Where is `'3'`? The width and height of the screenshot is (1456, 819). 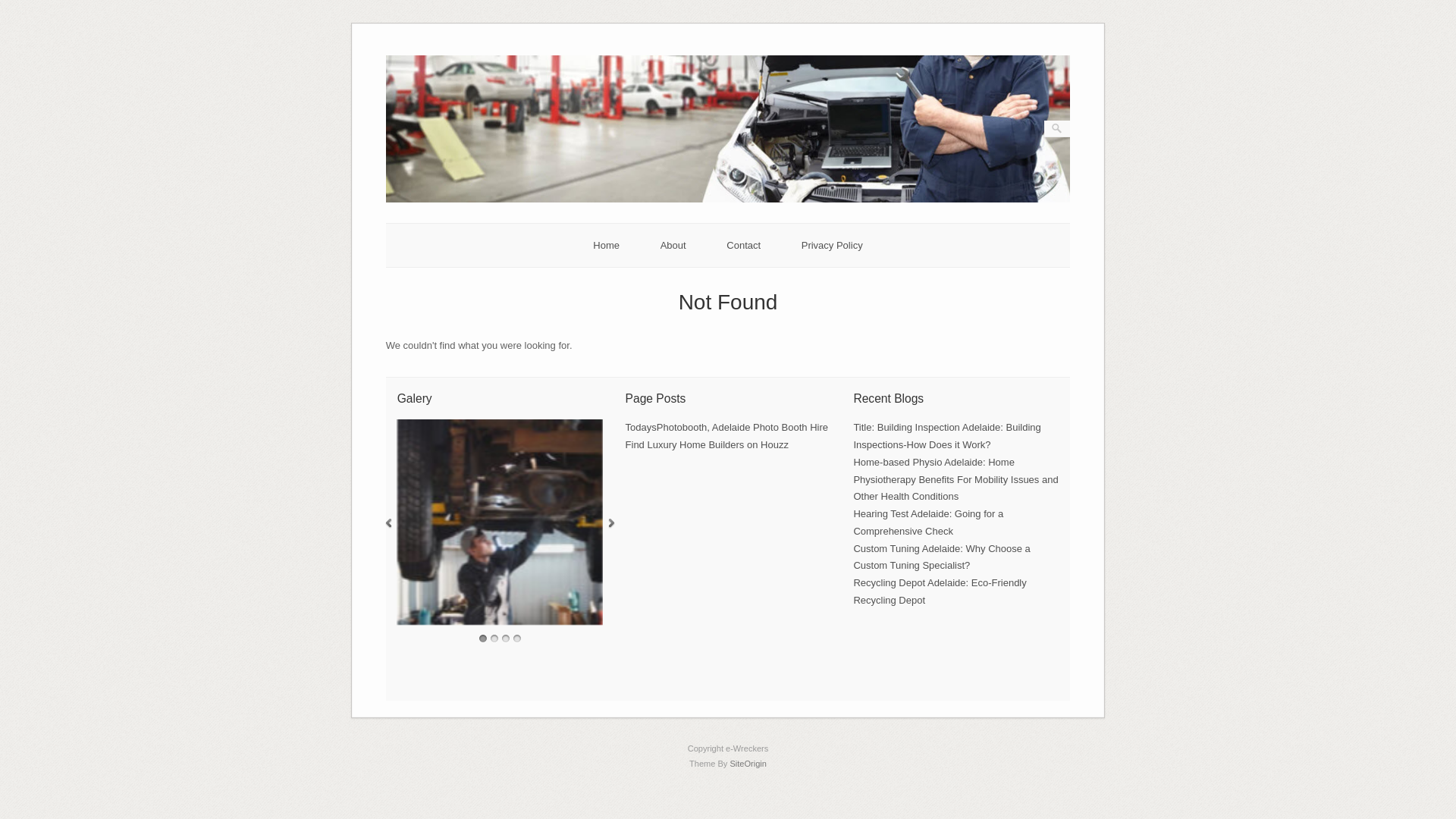
'3' is located at coordinates (502, 639).